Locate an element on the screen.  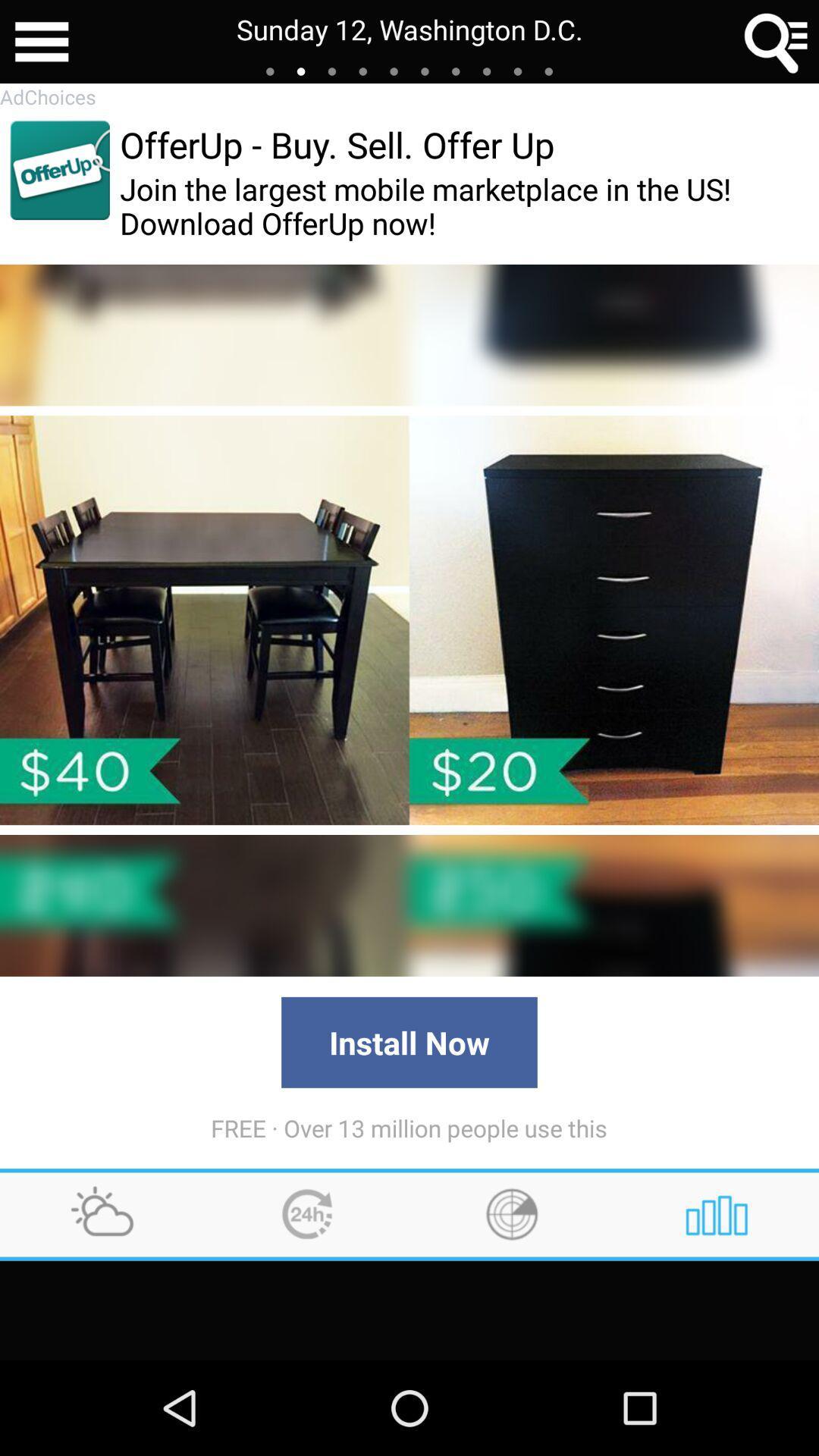
expand general options is located at coordinates (41, 42).